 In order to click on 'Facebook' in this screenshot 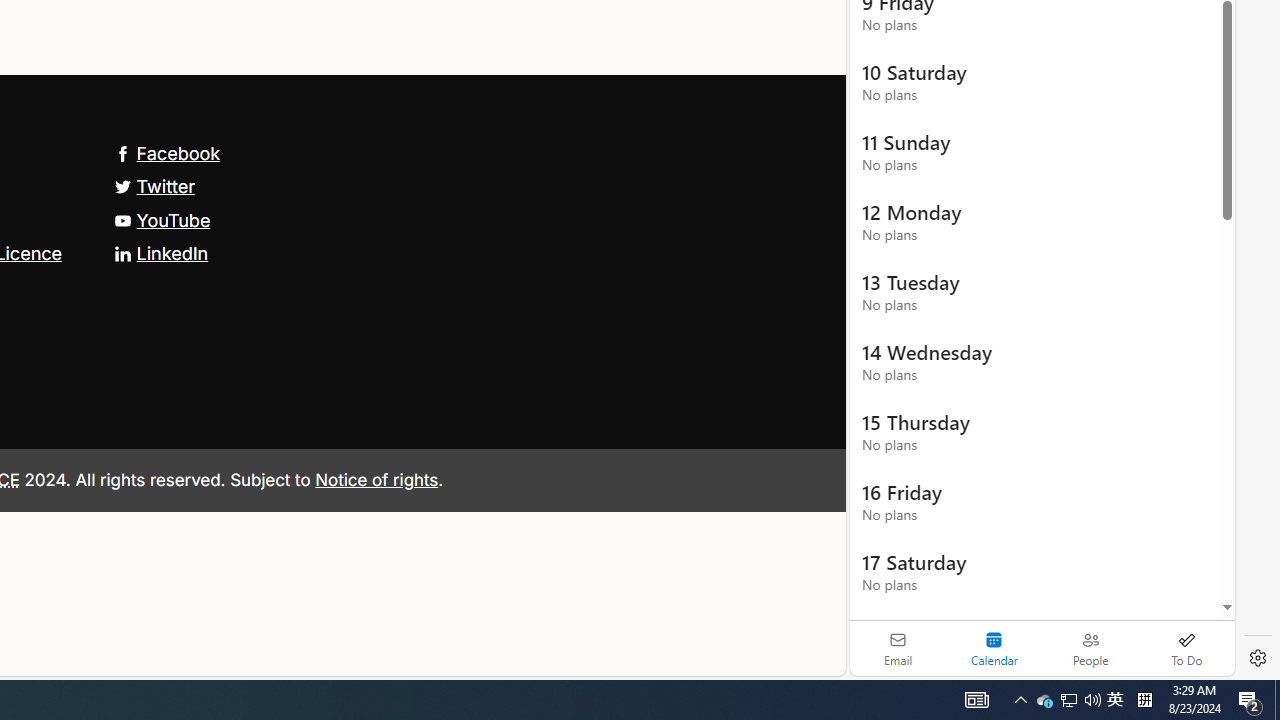, I will do `click(167, 152)`.